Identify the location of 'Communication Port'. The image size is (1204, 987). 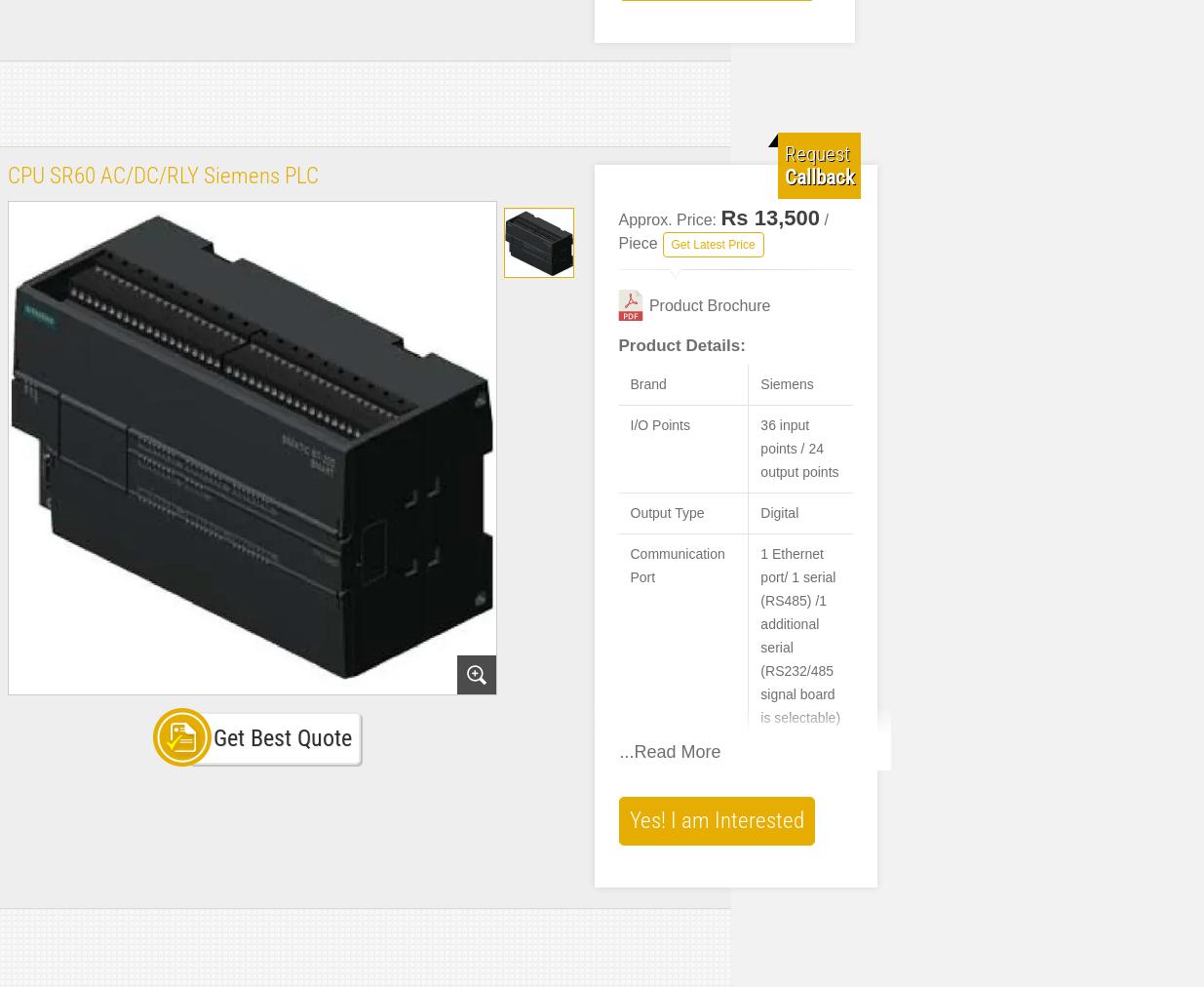
(630, 564).